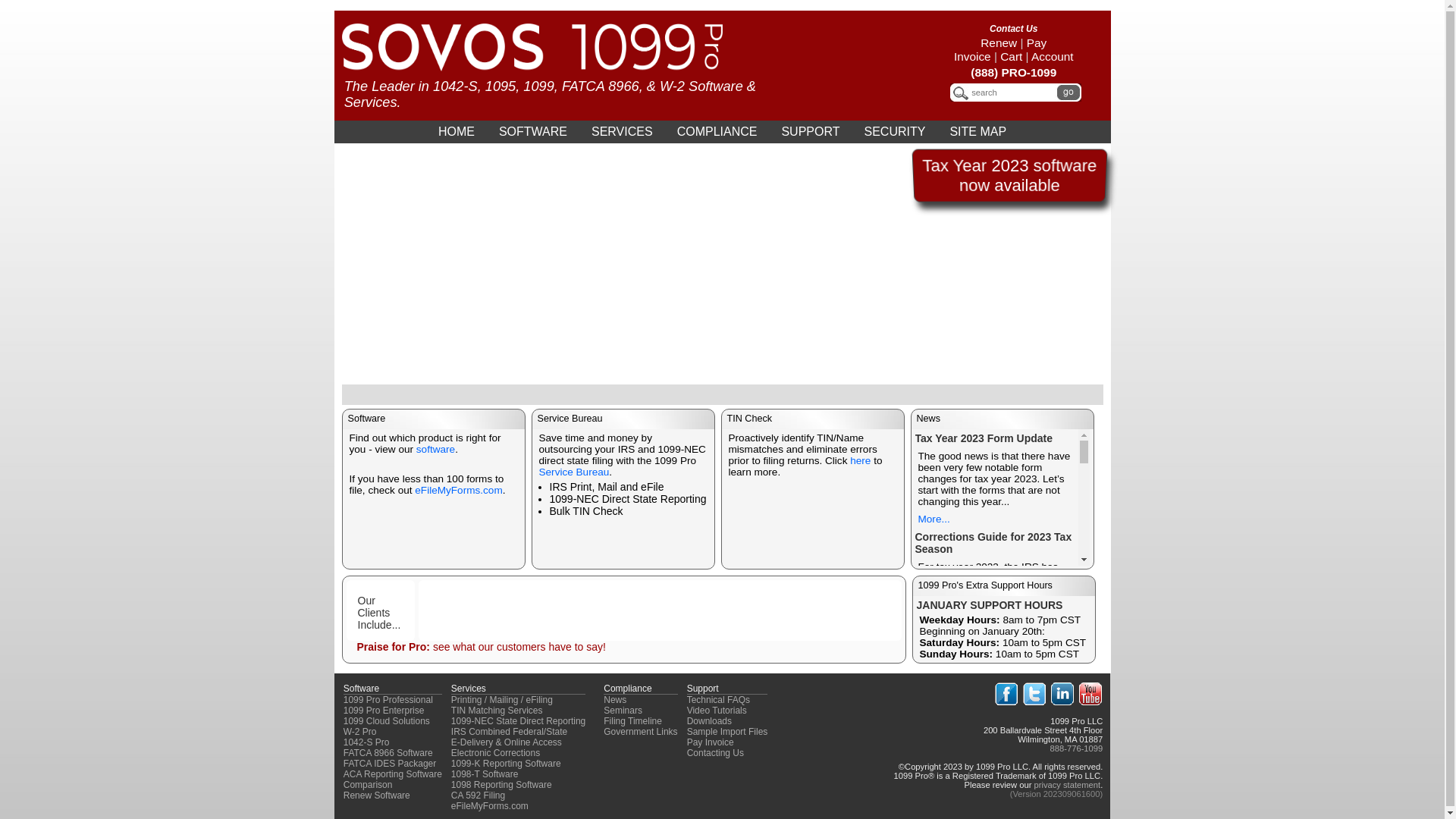 This screenshot has height=819, width=1456. I want to click on 'HOME', so click(455, 130).